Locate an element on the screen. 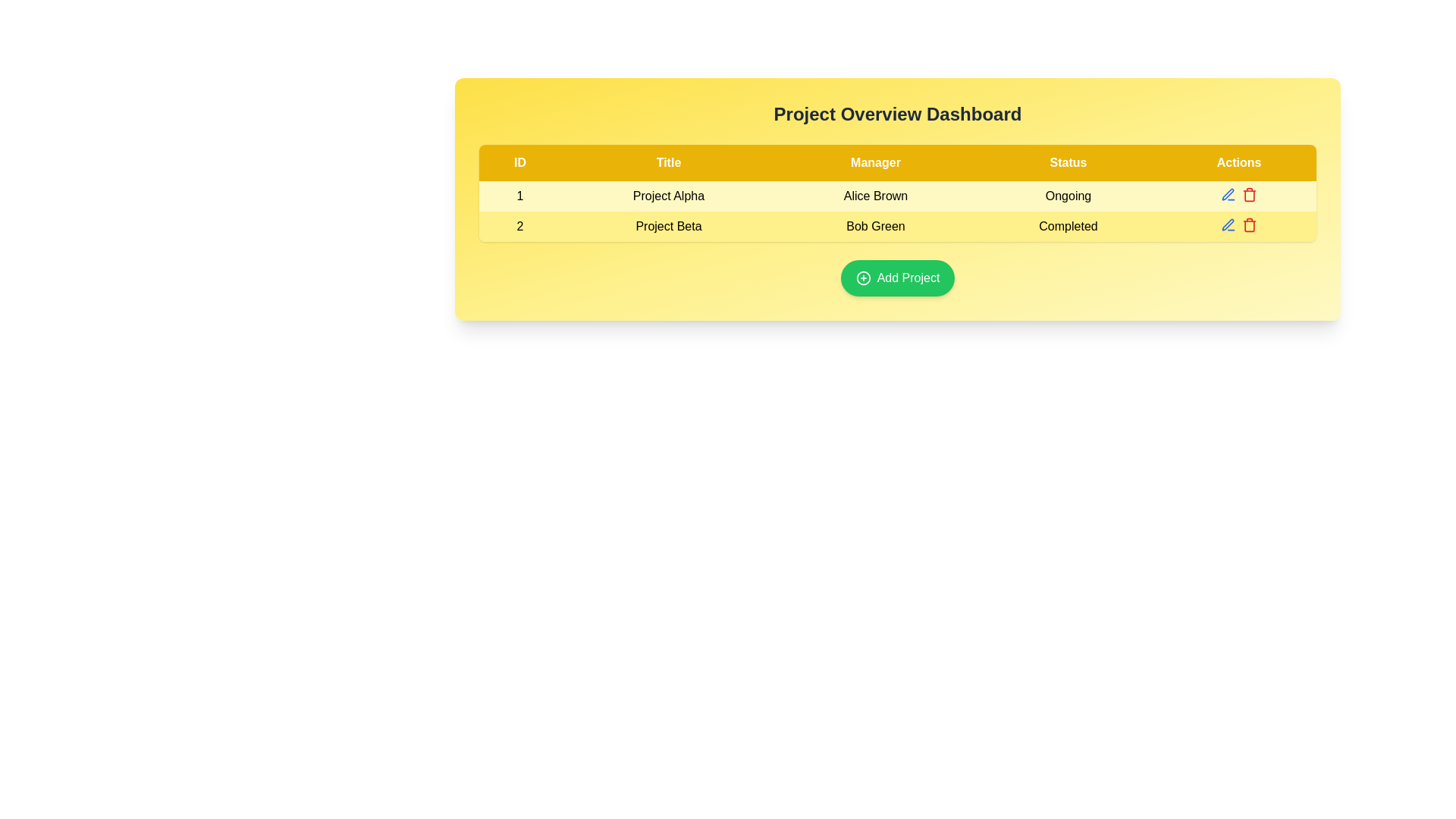 Image resolution: width=1456 pixels, height=819 pixels. the edit icon button in the 'Actions' column of the second row of the data table is located at coordinates (1228, 225).